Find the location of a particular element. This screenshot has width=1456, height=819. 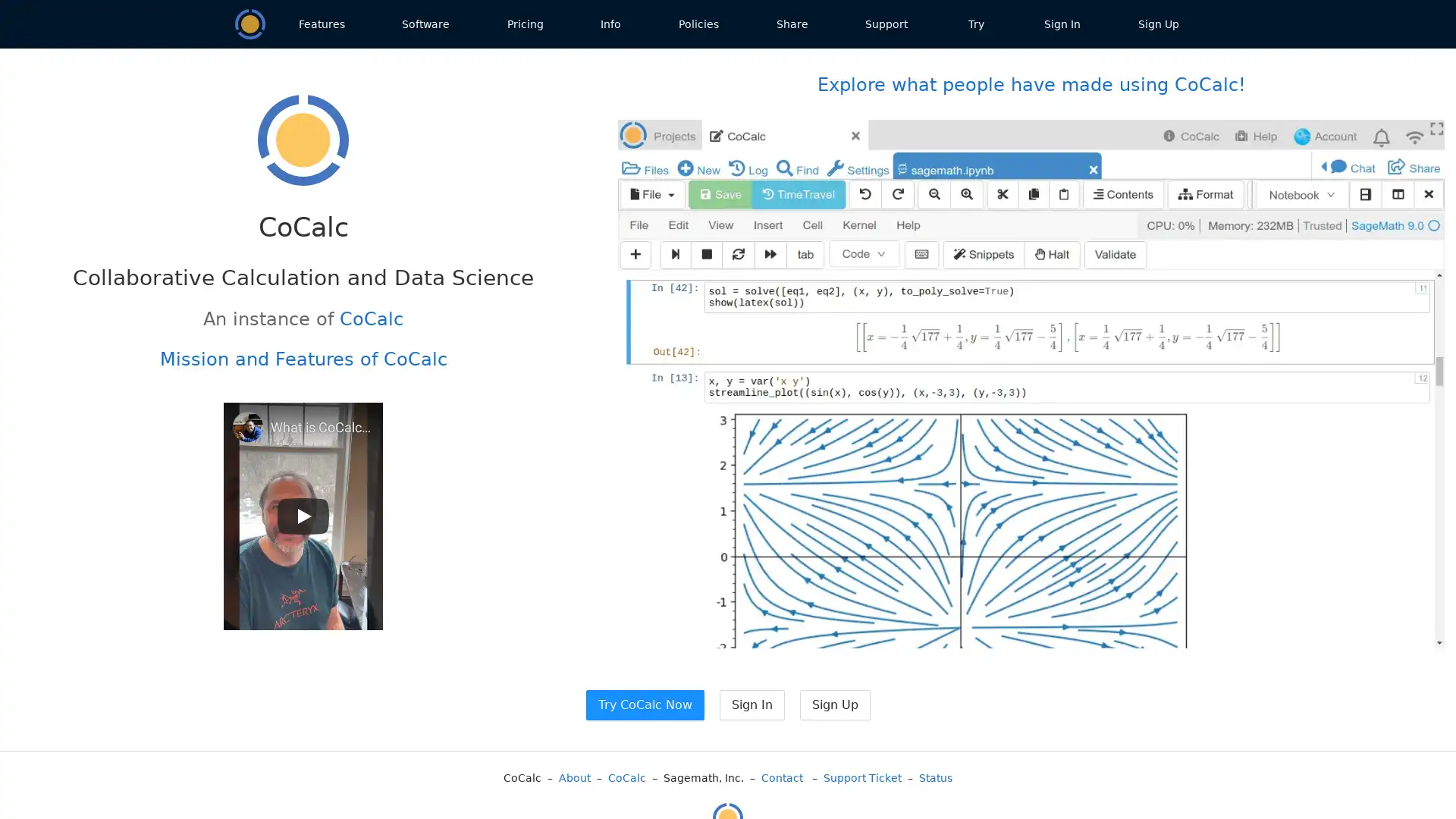

Sign In is located at coordinates (751, 704).